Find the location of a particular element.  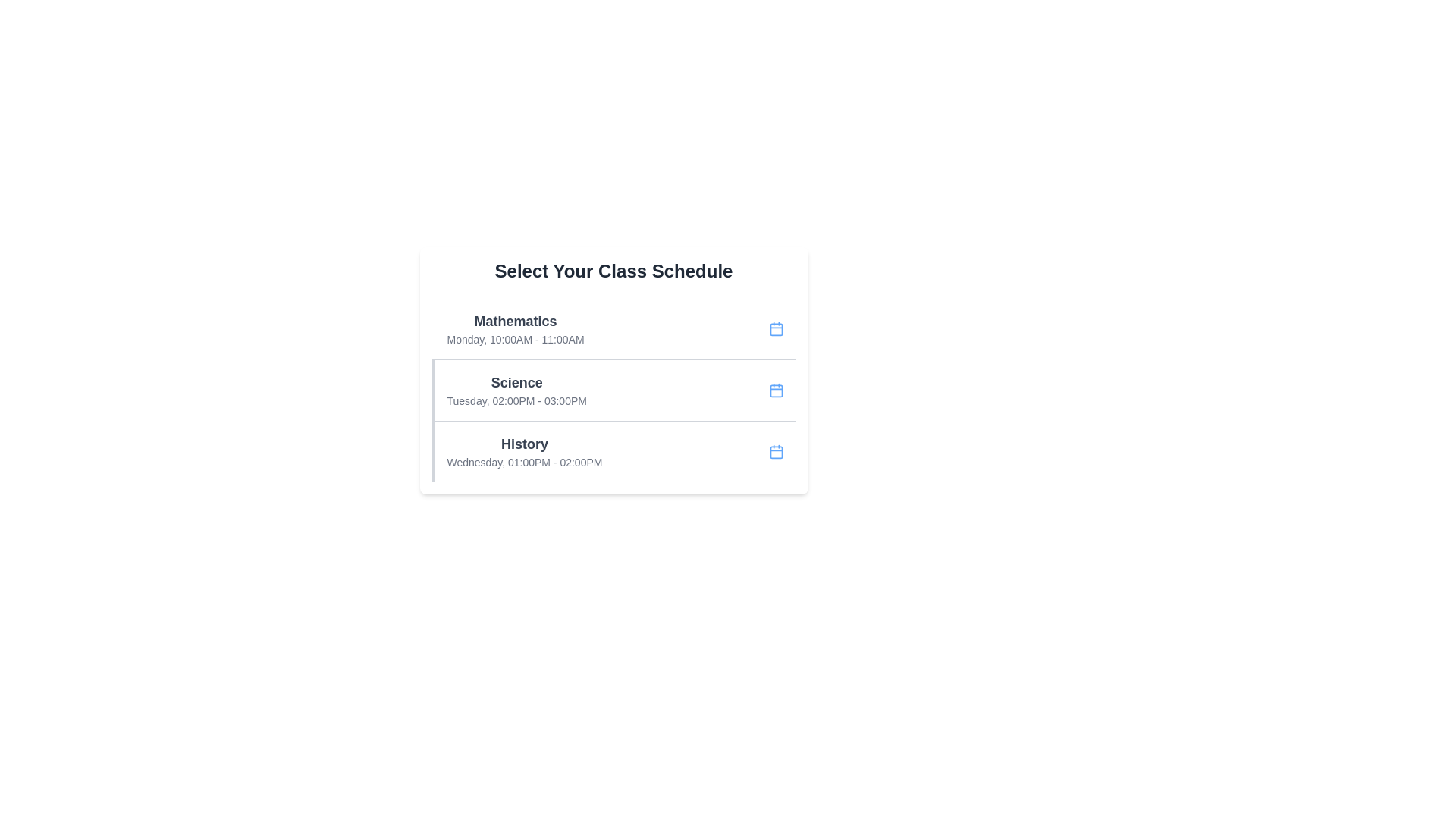

the bold text label saying 'History' which serves as the title for the third class entry in the schedule interface is located at coordinates (524, 444).